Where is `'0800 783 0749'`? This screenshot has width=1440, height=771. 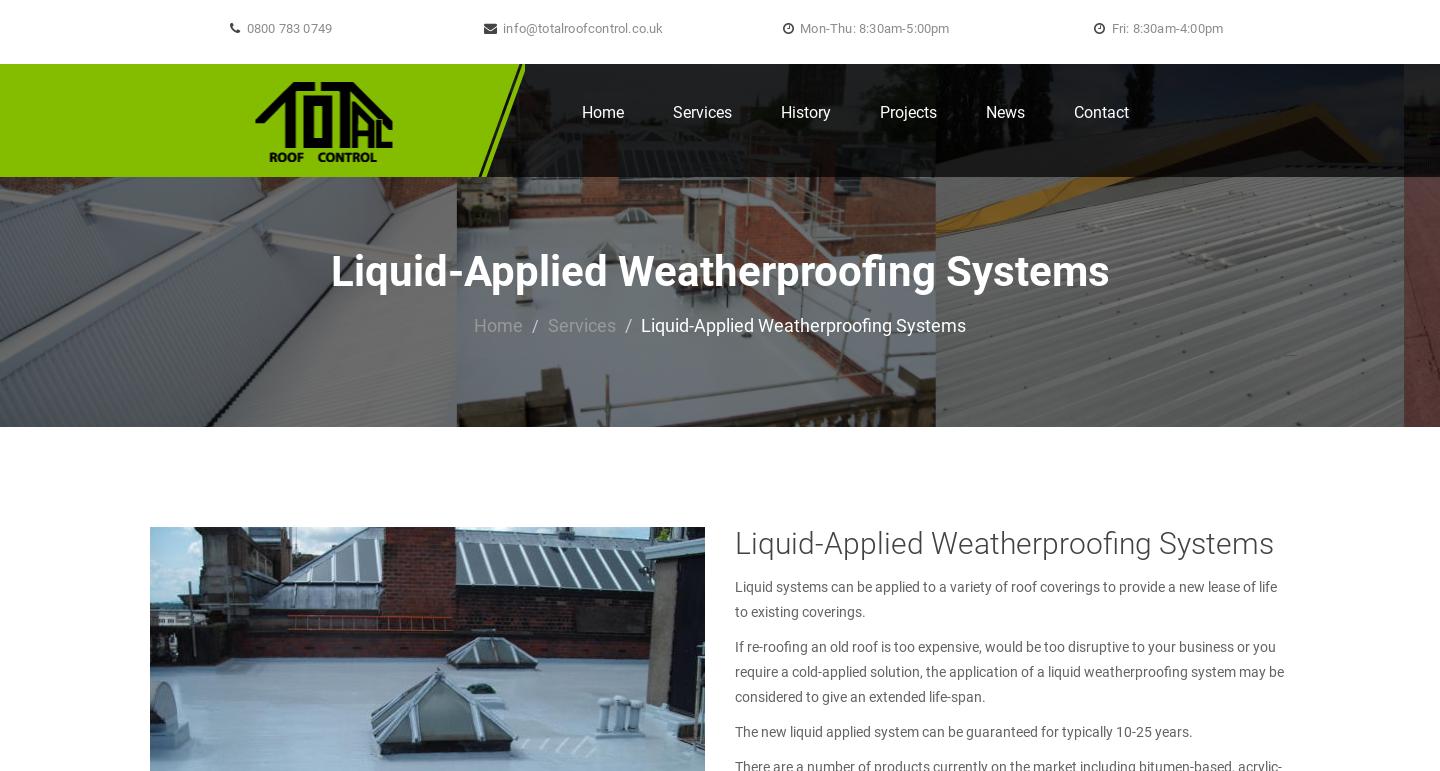
'0800 783 0749' is located at coordinates (244, 28).